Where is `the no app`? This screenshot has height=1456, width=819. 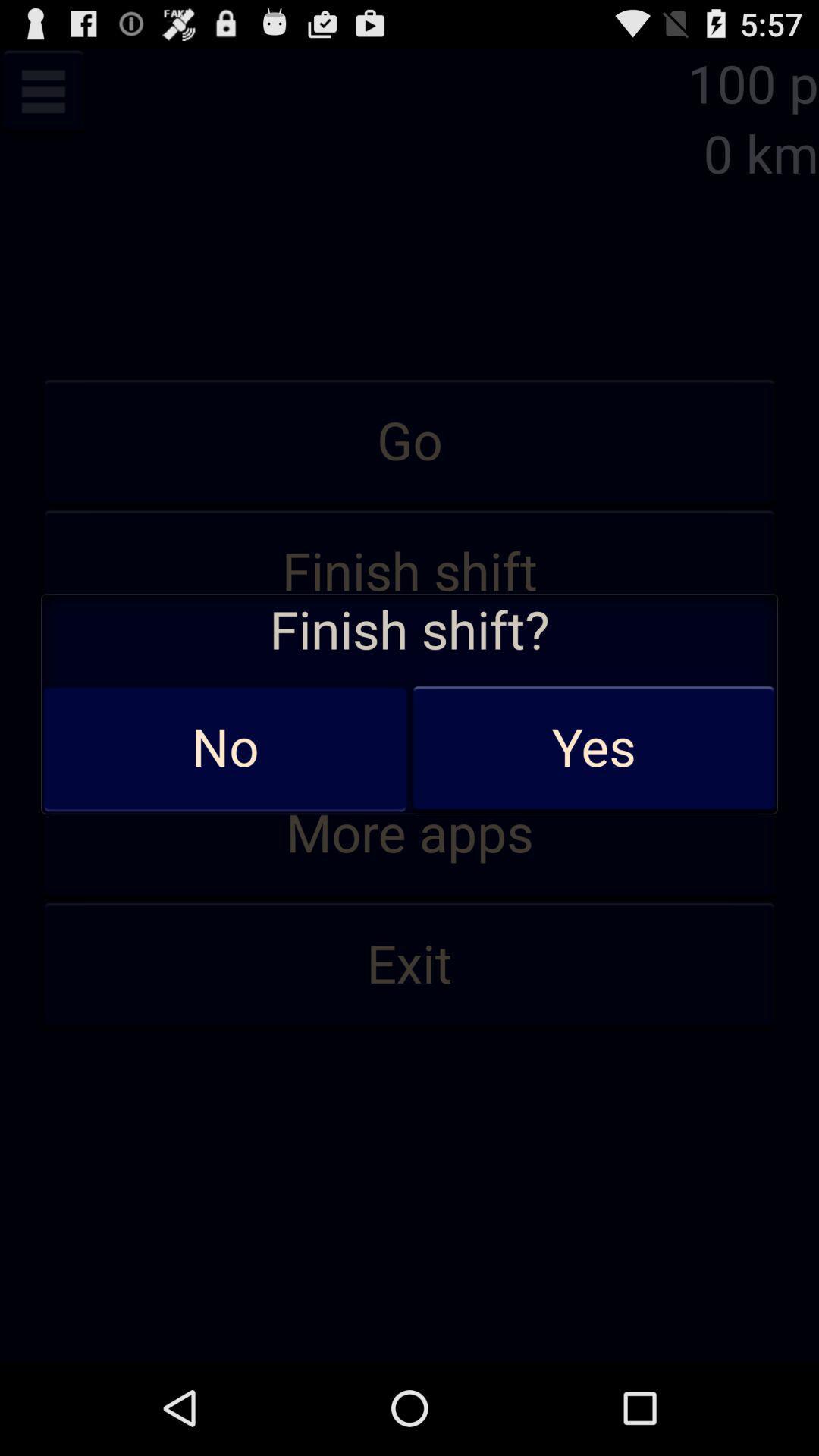
the no app is located at coordinates (225, 748).